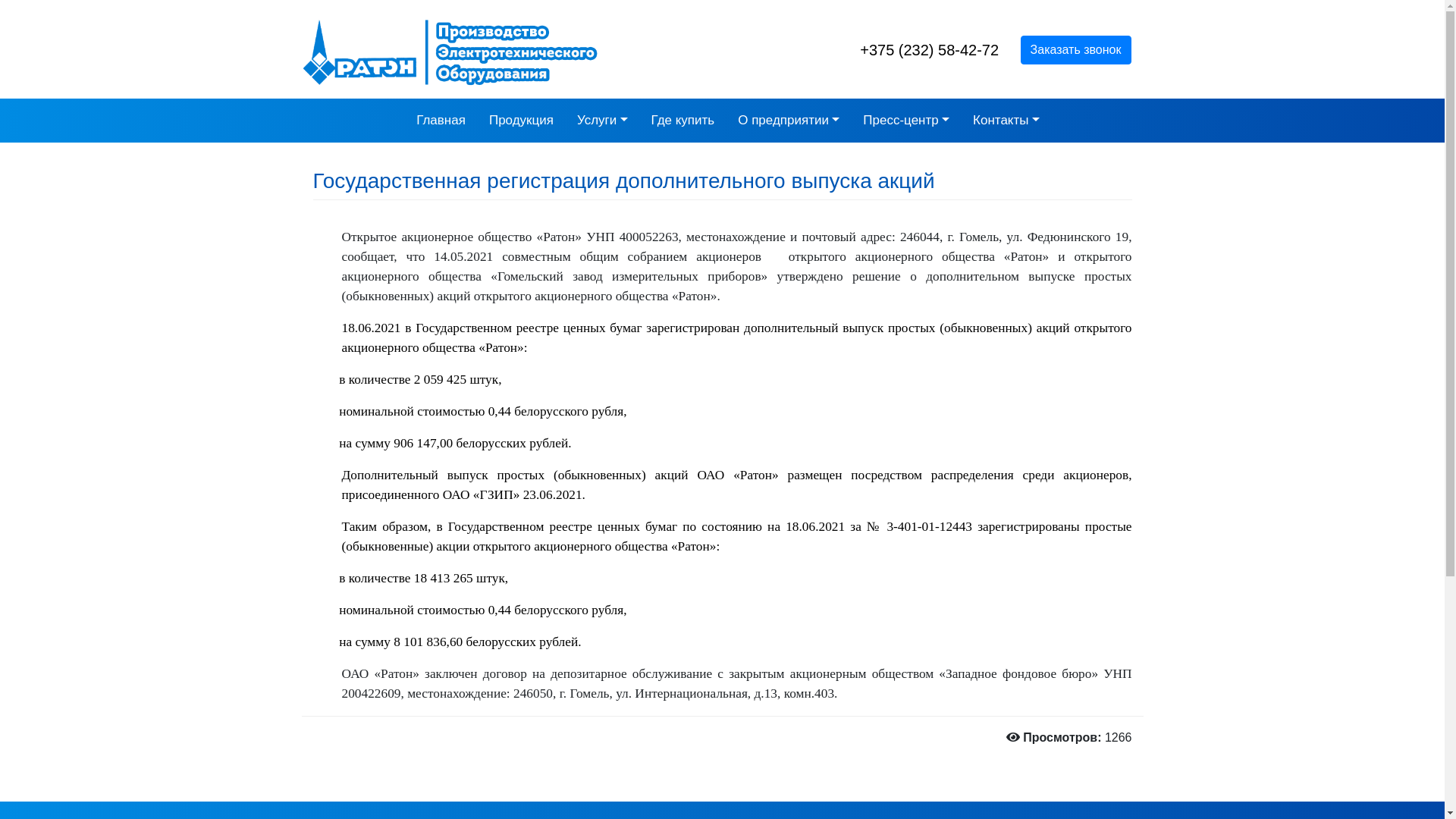 The image size is (1456, 819). What do you see at coordinates (928, 49) in the screenshot?
I see `'+375 (232) 58-42-72'` at bounding box center [928, 49].